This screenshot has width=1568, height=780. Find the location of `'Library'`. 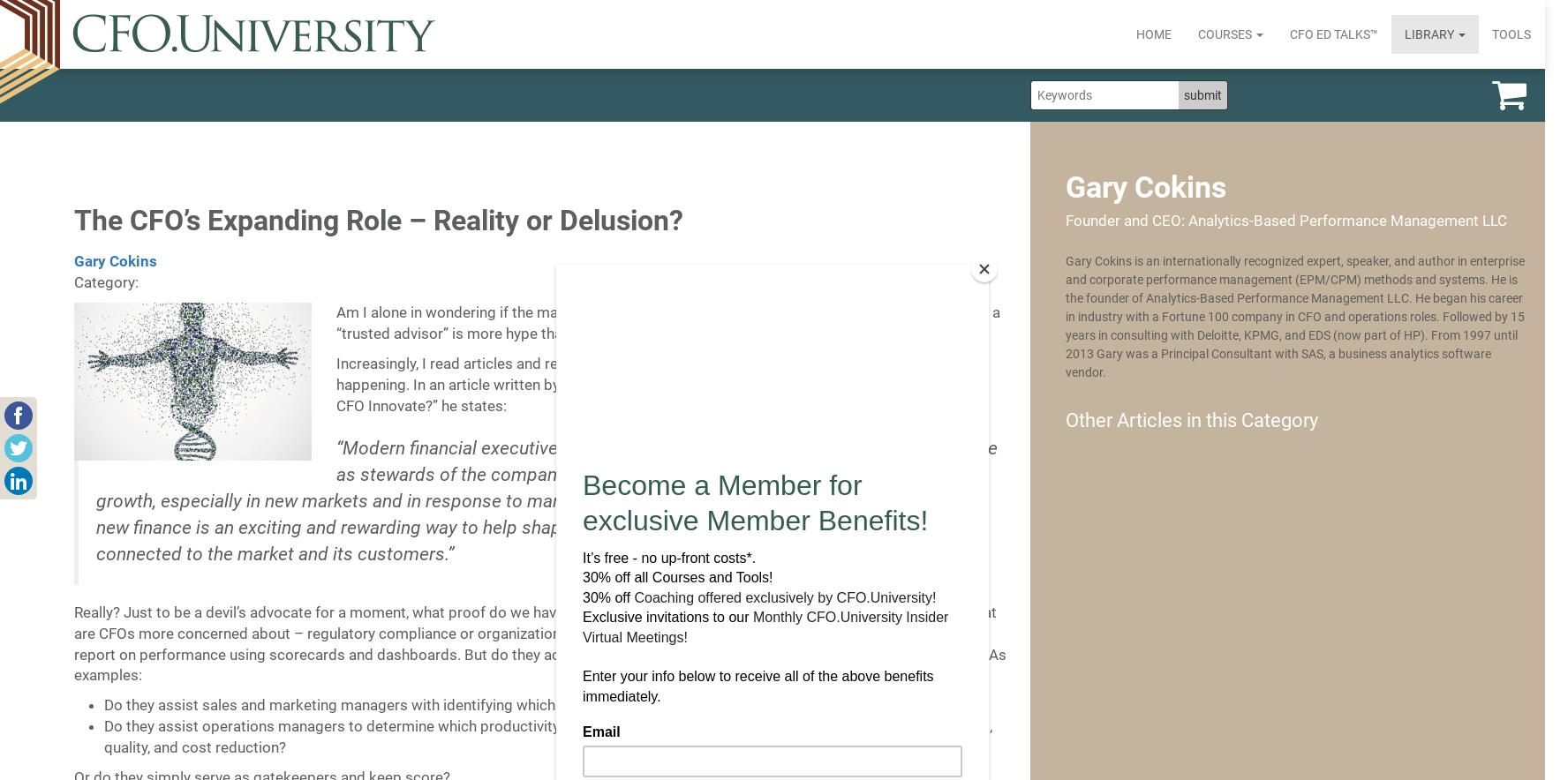

'Library' is located at coordinates (1430, 33).